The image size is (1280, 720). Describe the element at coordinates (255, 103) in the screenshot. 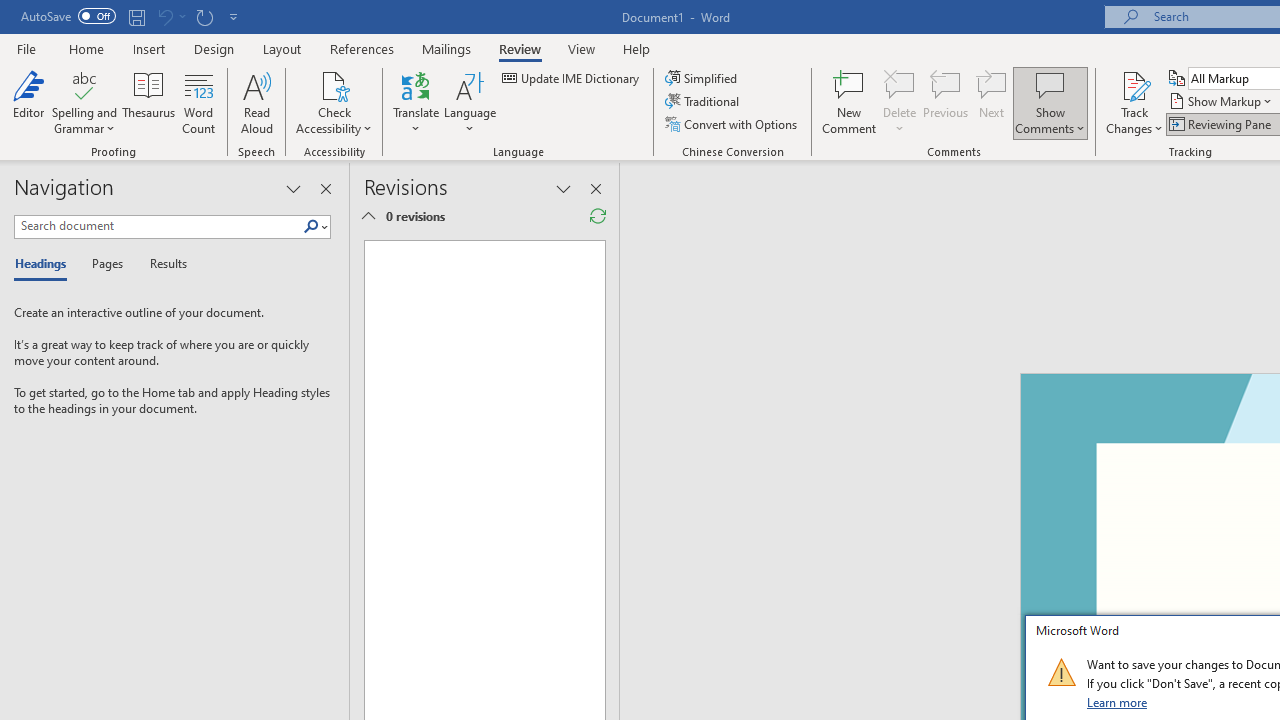

I see `'Read Aloud'` at that location.